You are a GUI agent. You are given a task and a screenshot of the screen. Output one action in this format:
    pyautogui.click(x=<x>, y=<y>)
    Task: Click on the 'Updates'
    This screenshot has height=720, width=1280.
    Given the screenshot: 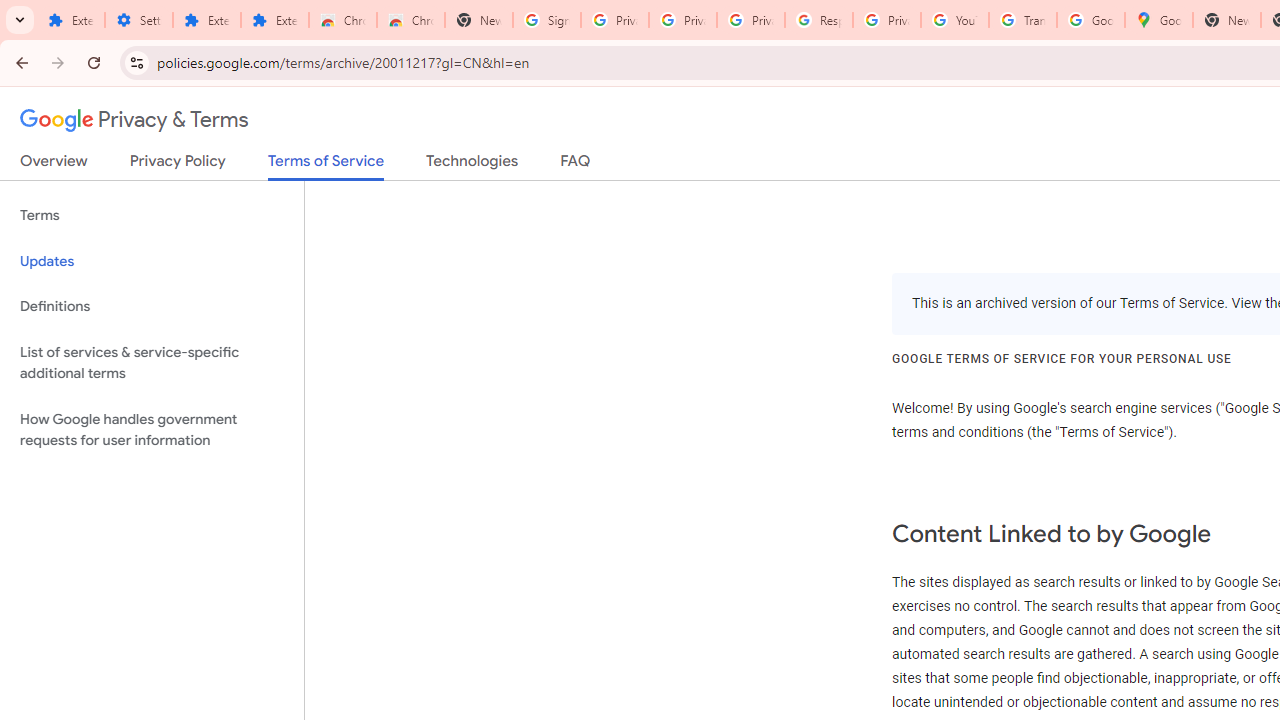 What is the action you would take?
    pyautogui.click(x=151, y=260)
    